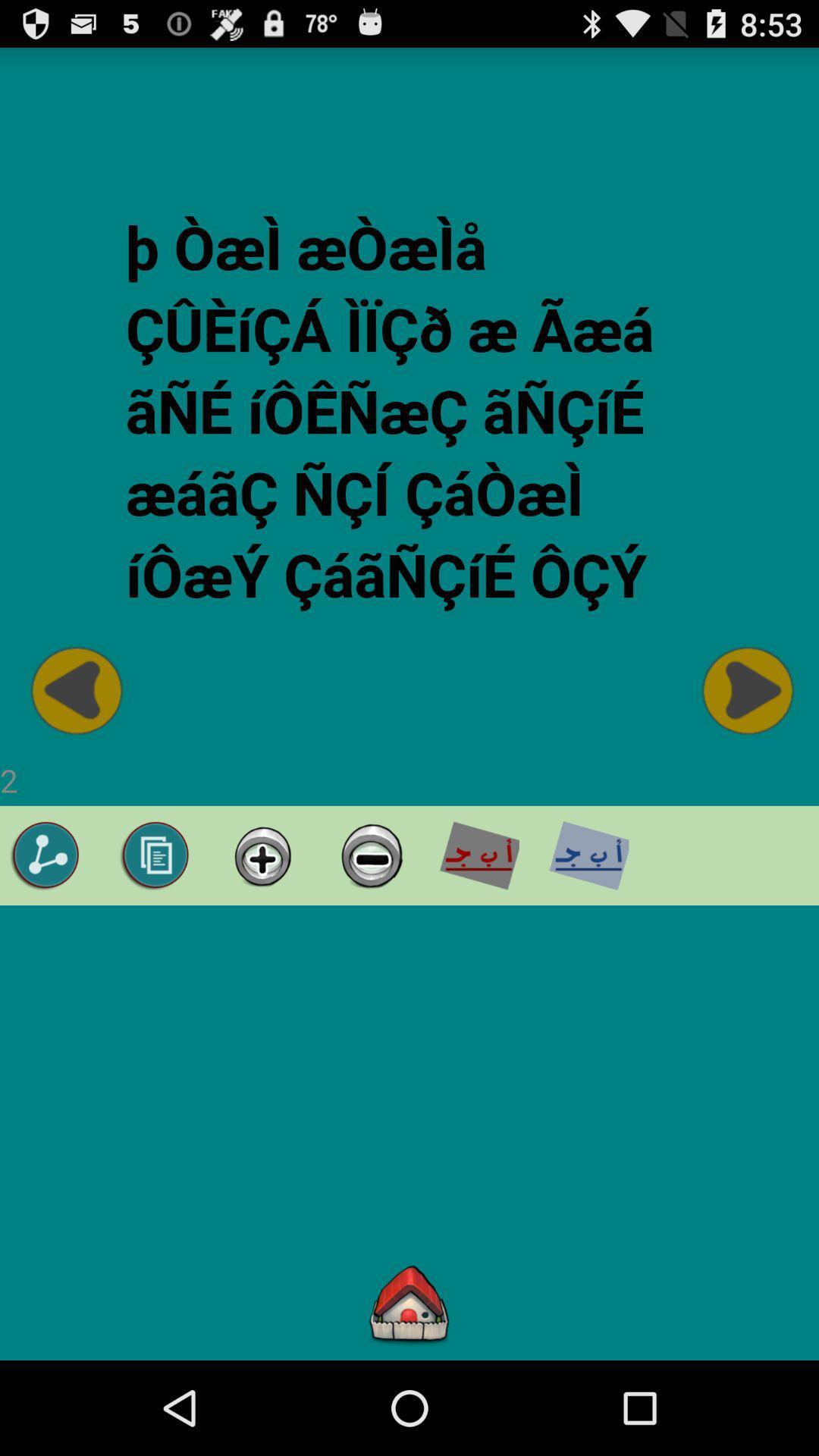  What do you see at coordinates (744, 737) in the screenshot?
I see `the play icon` at bounding box center [744, 737].